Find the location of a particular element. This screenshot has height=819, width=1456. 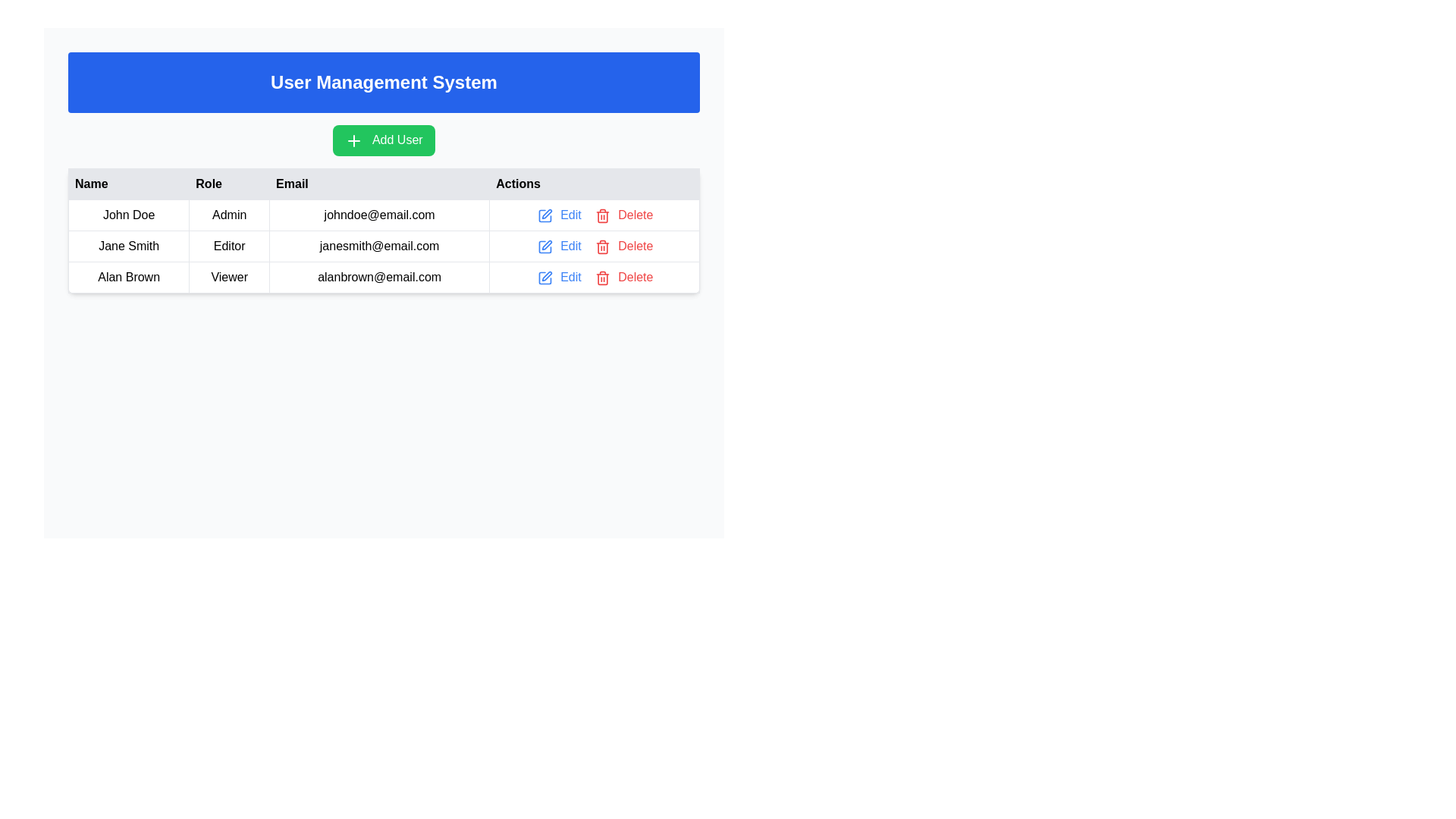

the Text Label displaying 'John Doe', located in the first row and first column of the table under the 'Name' heading is located at coordinates (129, 215).